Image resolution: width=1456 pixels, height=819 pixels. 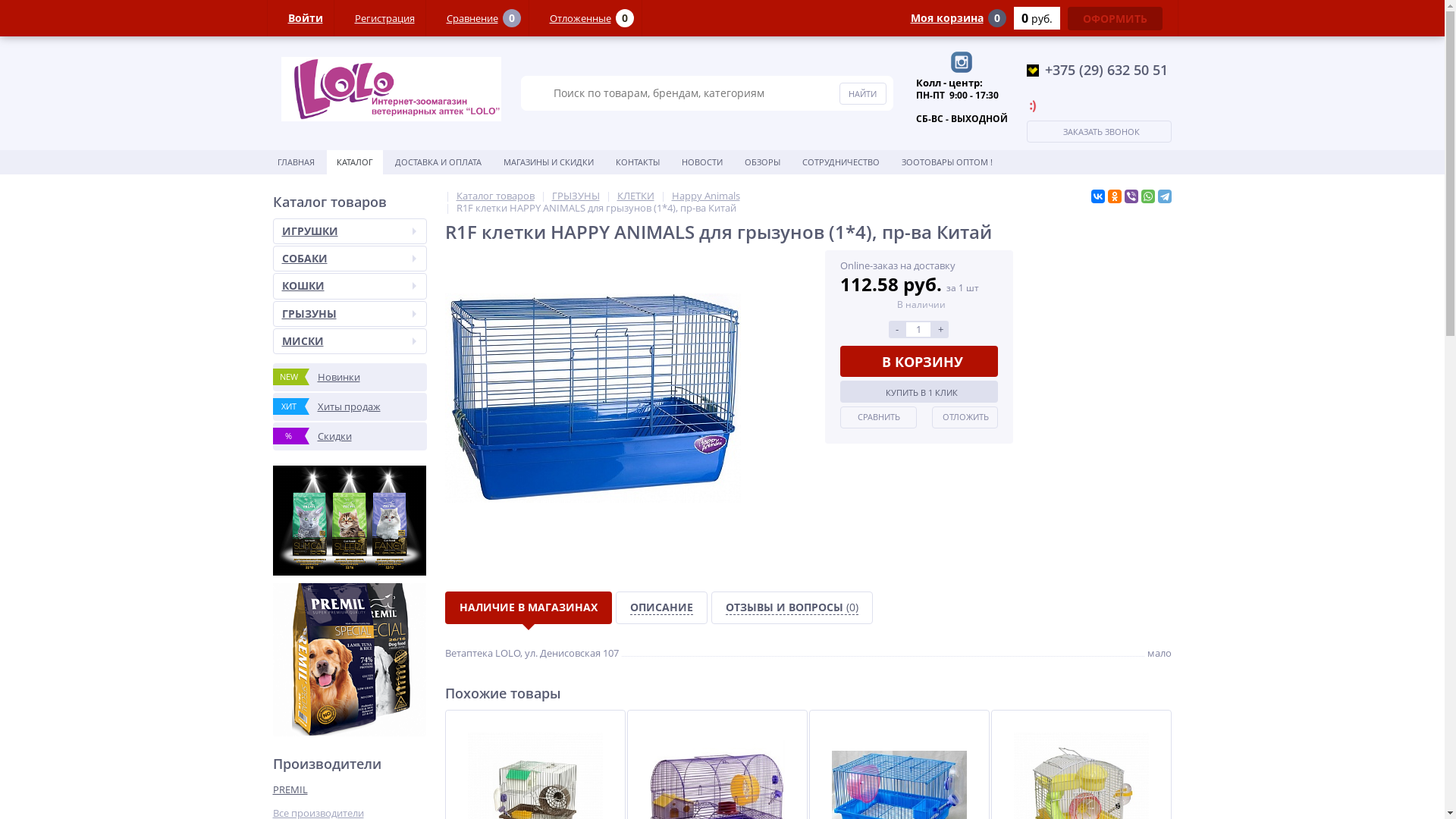 What do you see at coordinates (1131, 195) in the screenshot?
I see `'Viber'` at bounding box center [1131, 195].